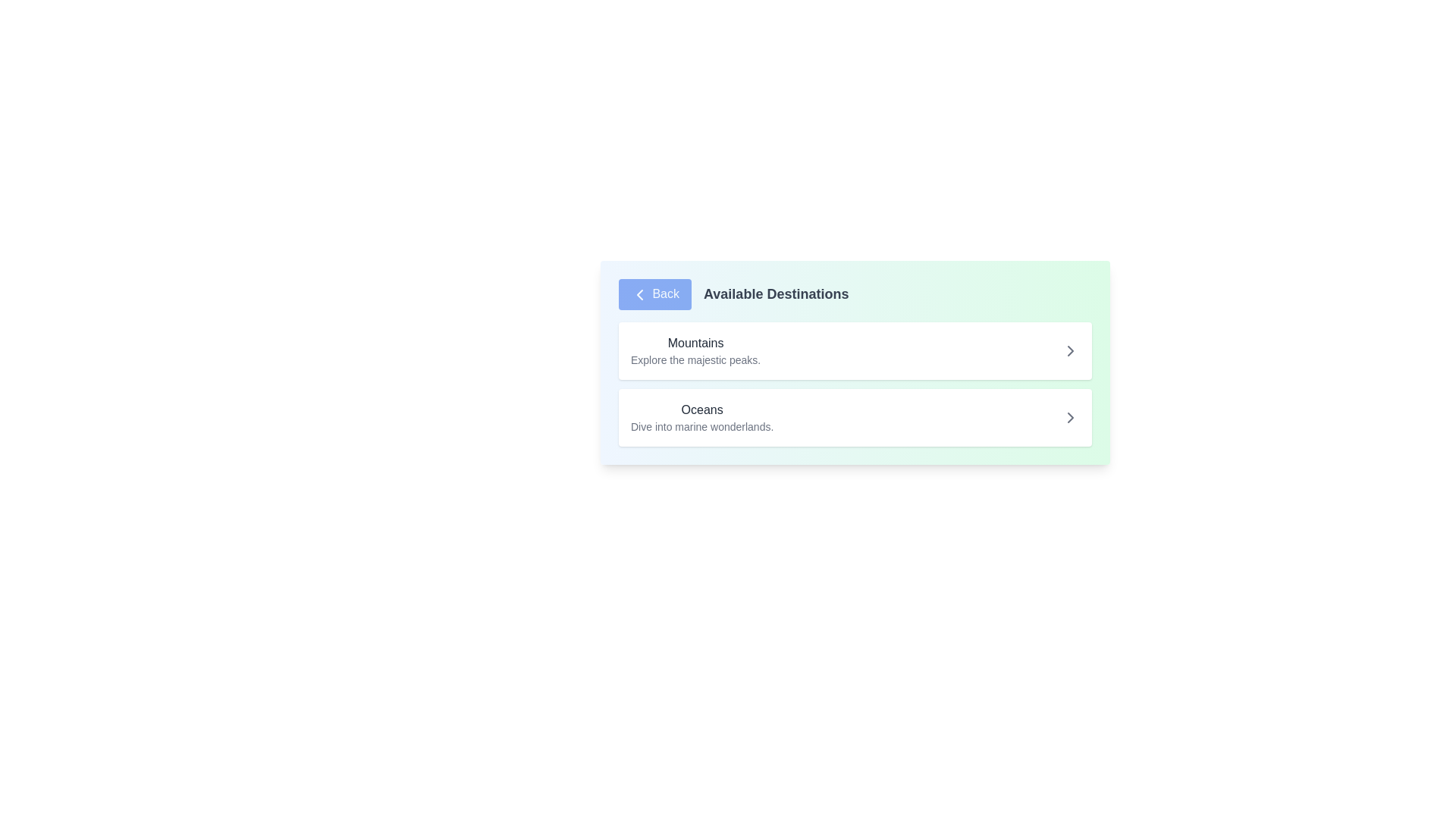 This screenshot has width=1456, height=819. What do you see at coordinates (1069, 350) in the screenshot?
I see `the chevron arrow icon at the far-right end of the 'Mountains' section` at bounding box center [1069, 350].